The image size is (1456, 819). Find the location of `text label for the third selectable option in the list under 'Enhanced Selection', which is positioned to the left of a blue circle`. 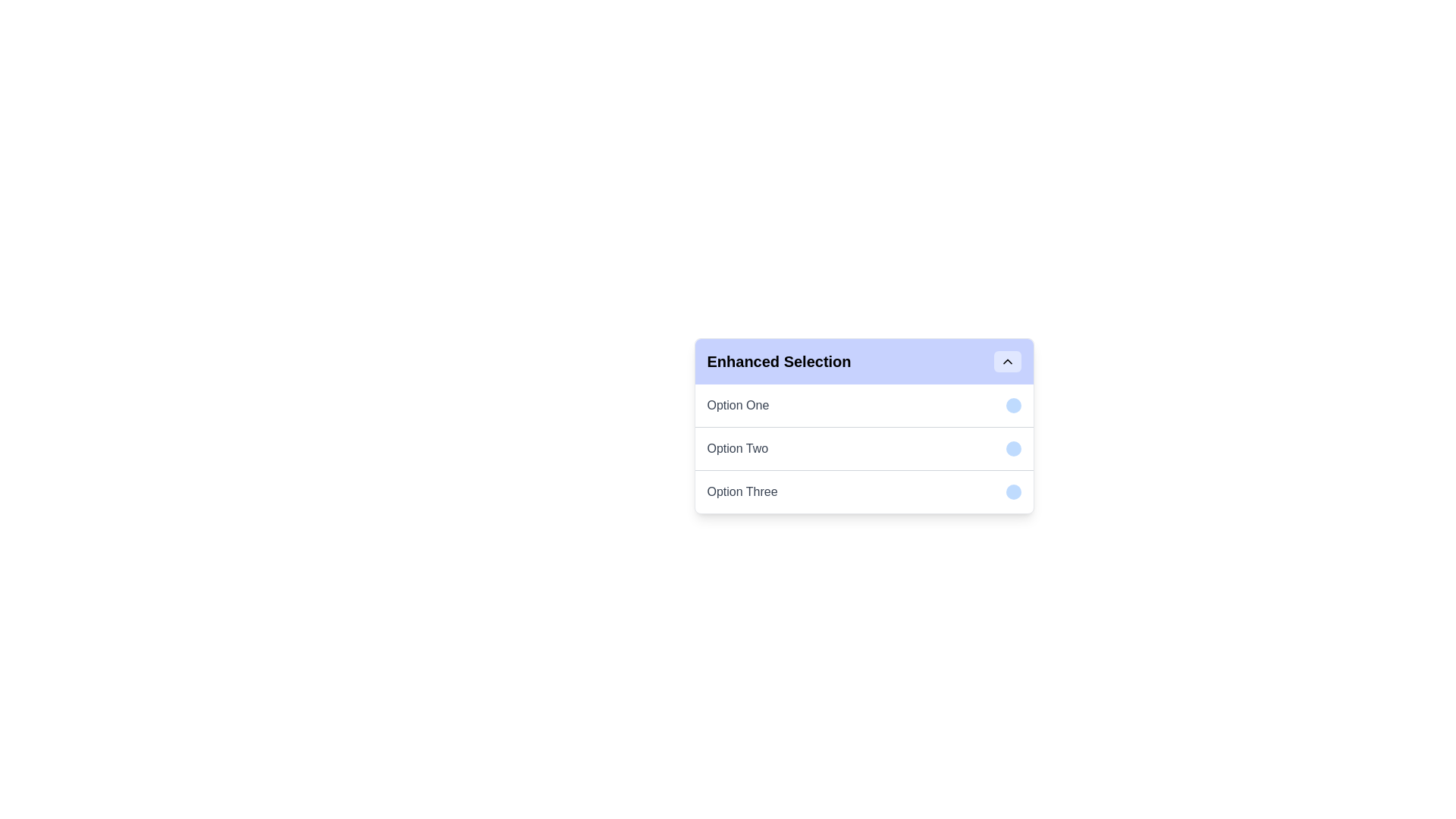

text label for the third selectable option in the list under 'Enhanced Selection', which is positioned to the left of a blue circle is located at coordinates (742, 491).